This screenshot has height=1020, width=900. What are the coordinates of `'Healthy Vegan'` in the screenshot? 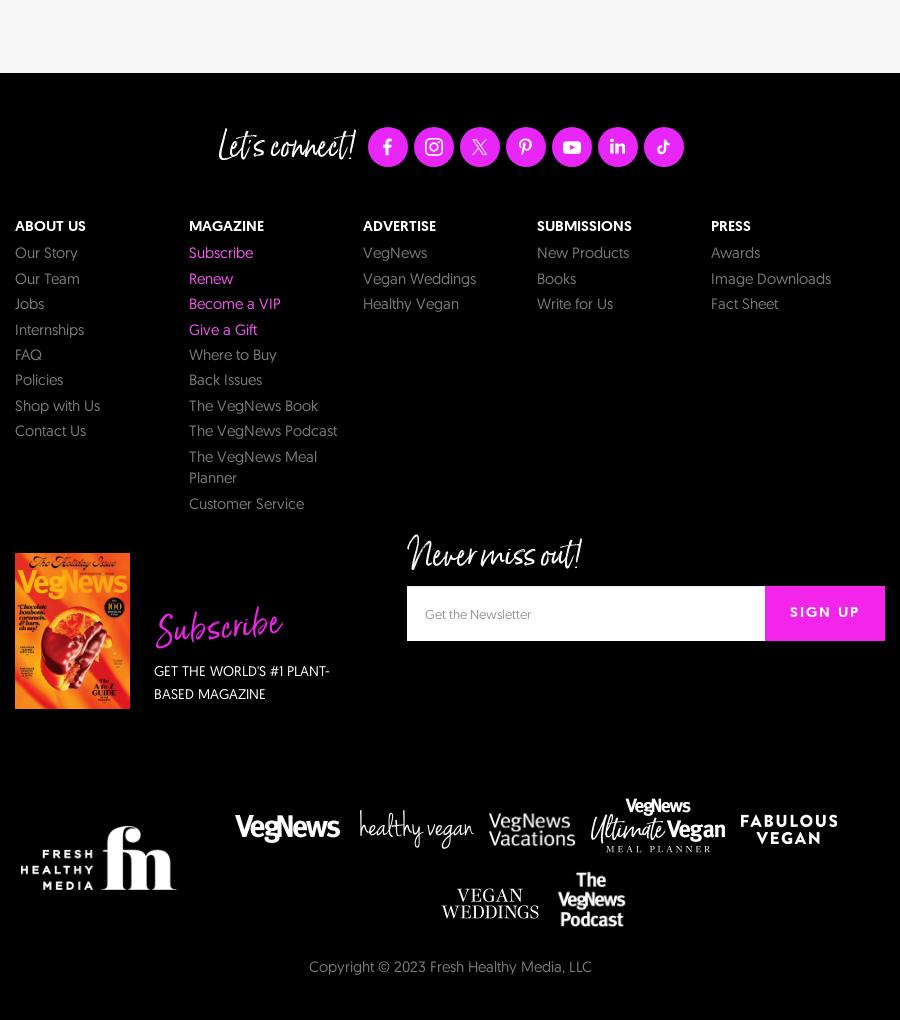 It's located at (411, 303).